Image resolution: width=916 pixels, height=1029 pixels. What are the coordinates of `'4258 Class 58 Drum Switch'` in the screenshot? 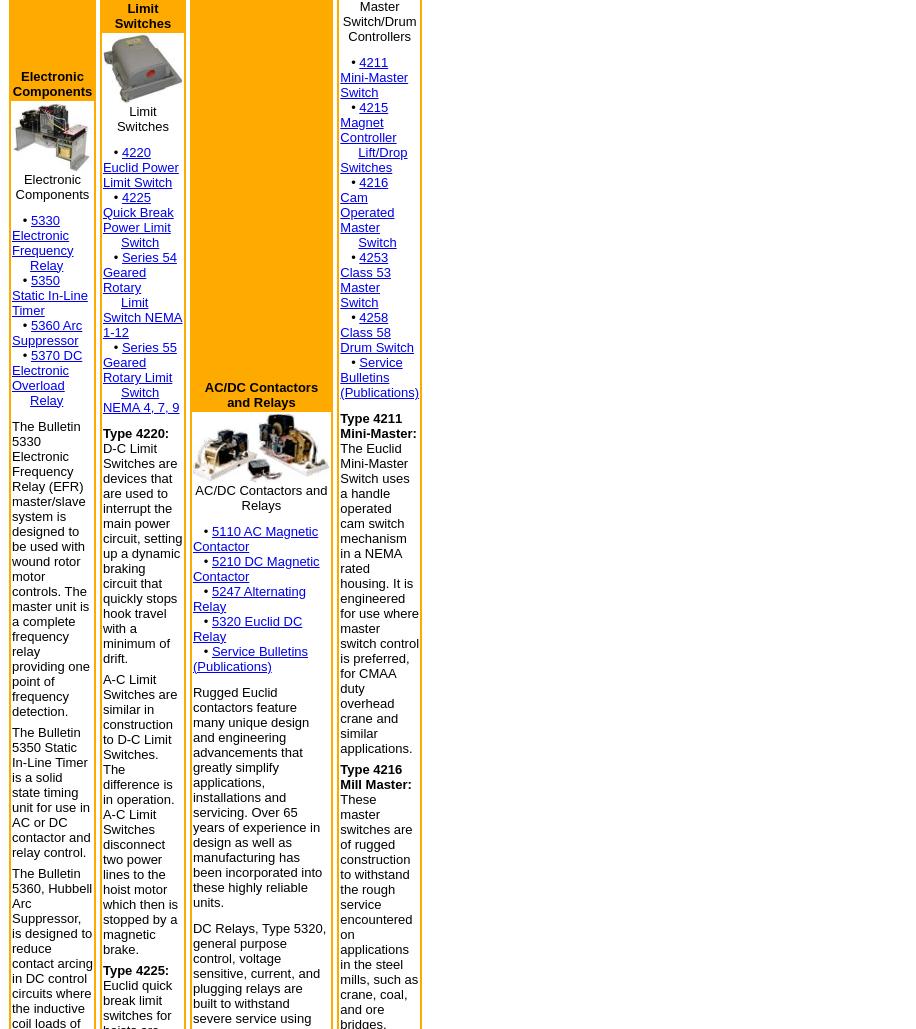 It's located at (376, 332).